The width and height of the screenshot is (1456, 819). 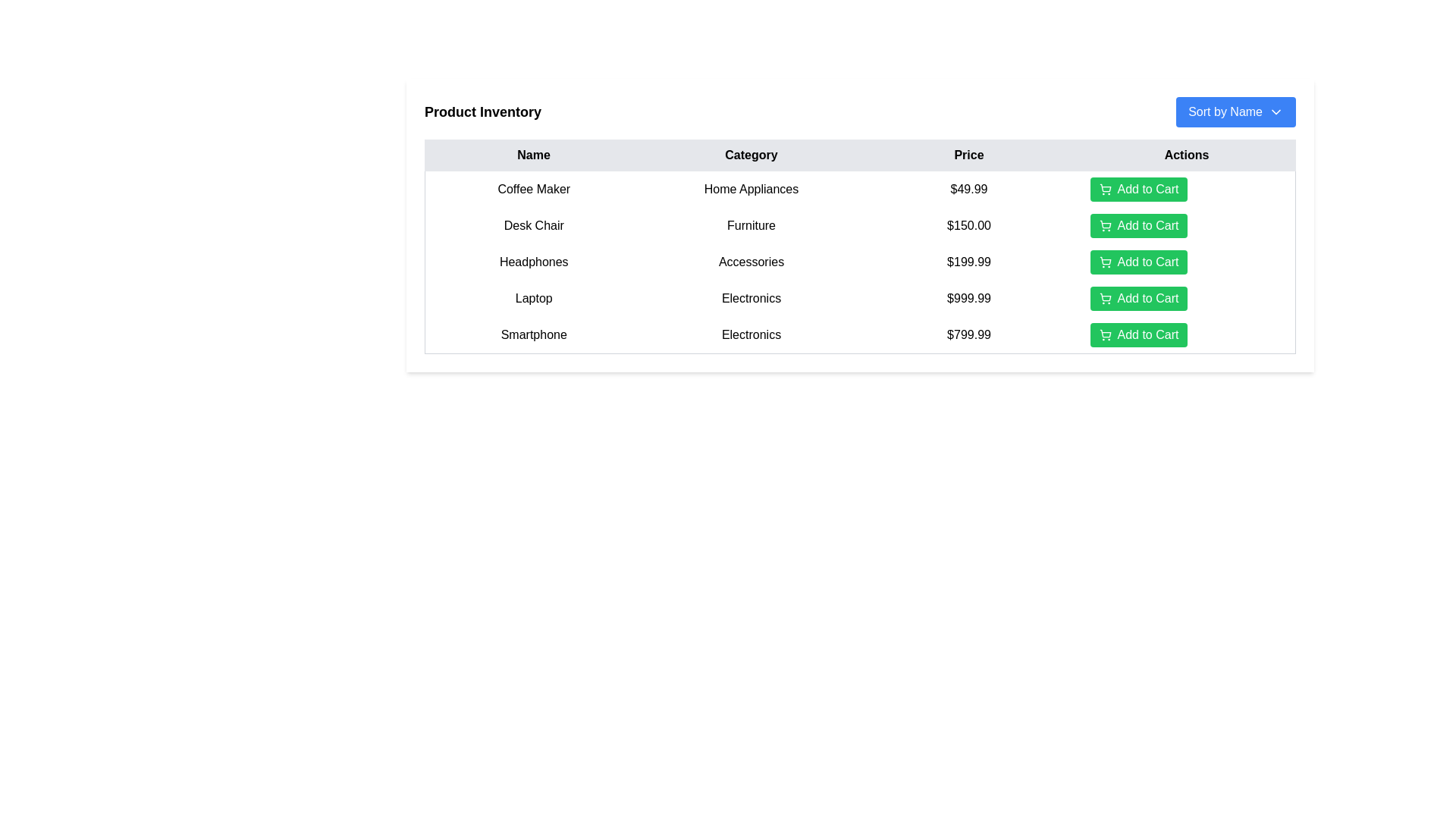 What do you see at coordinates (751, 188) in the screenshot?
I see `text label displaying 'Home Appliances', which is centered within the 'Category' column of the table under the 'Coffee Maker' row` at bounding box center [751, 188].